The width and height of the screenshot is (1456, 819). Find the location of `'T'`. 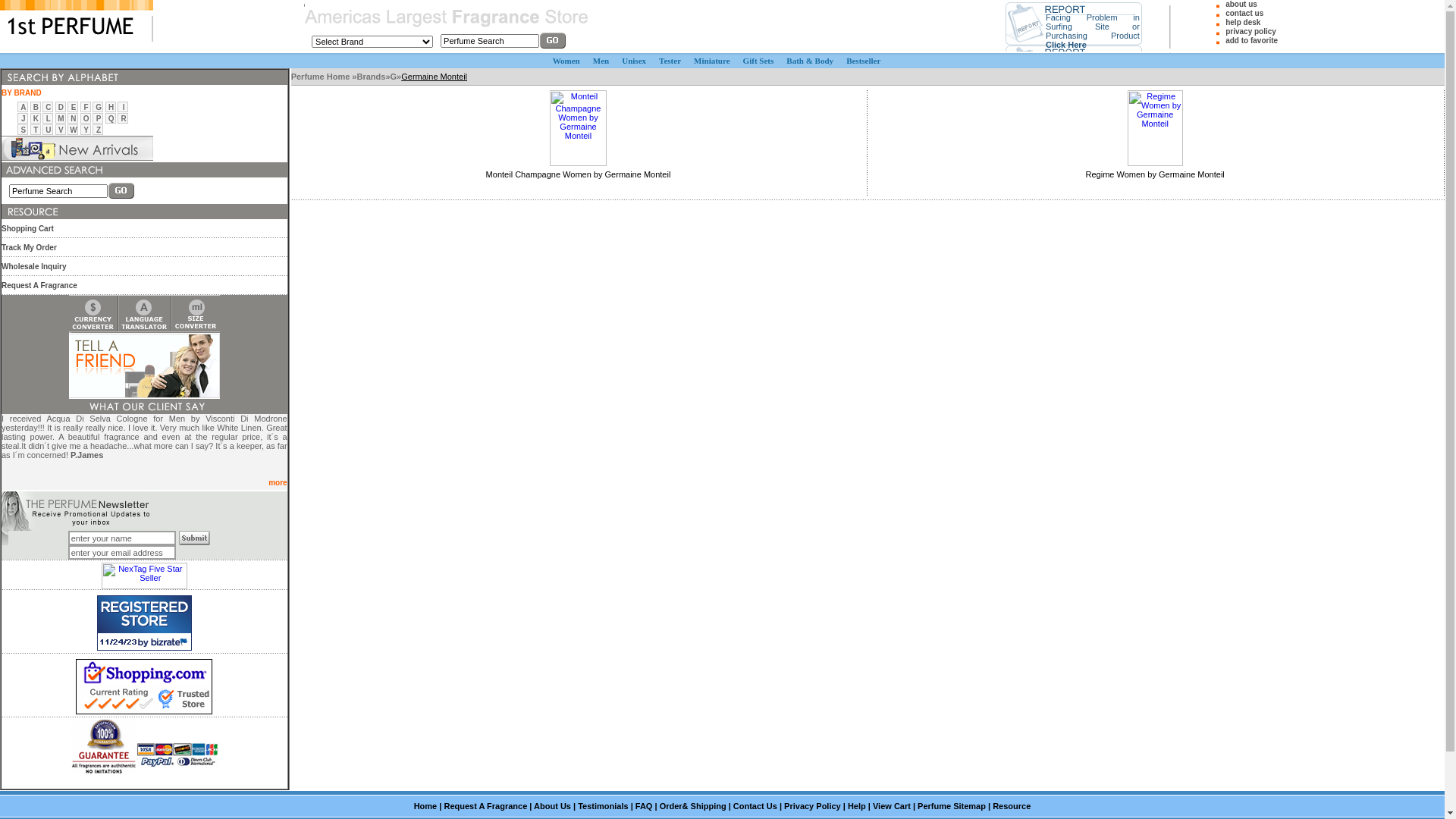

'T' is located at coordinates (33, 129).